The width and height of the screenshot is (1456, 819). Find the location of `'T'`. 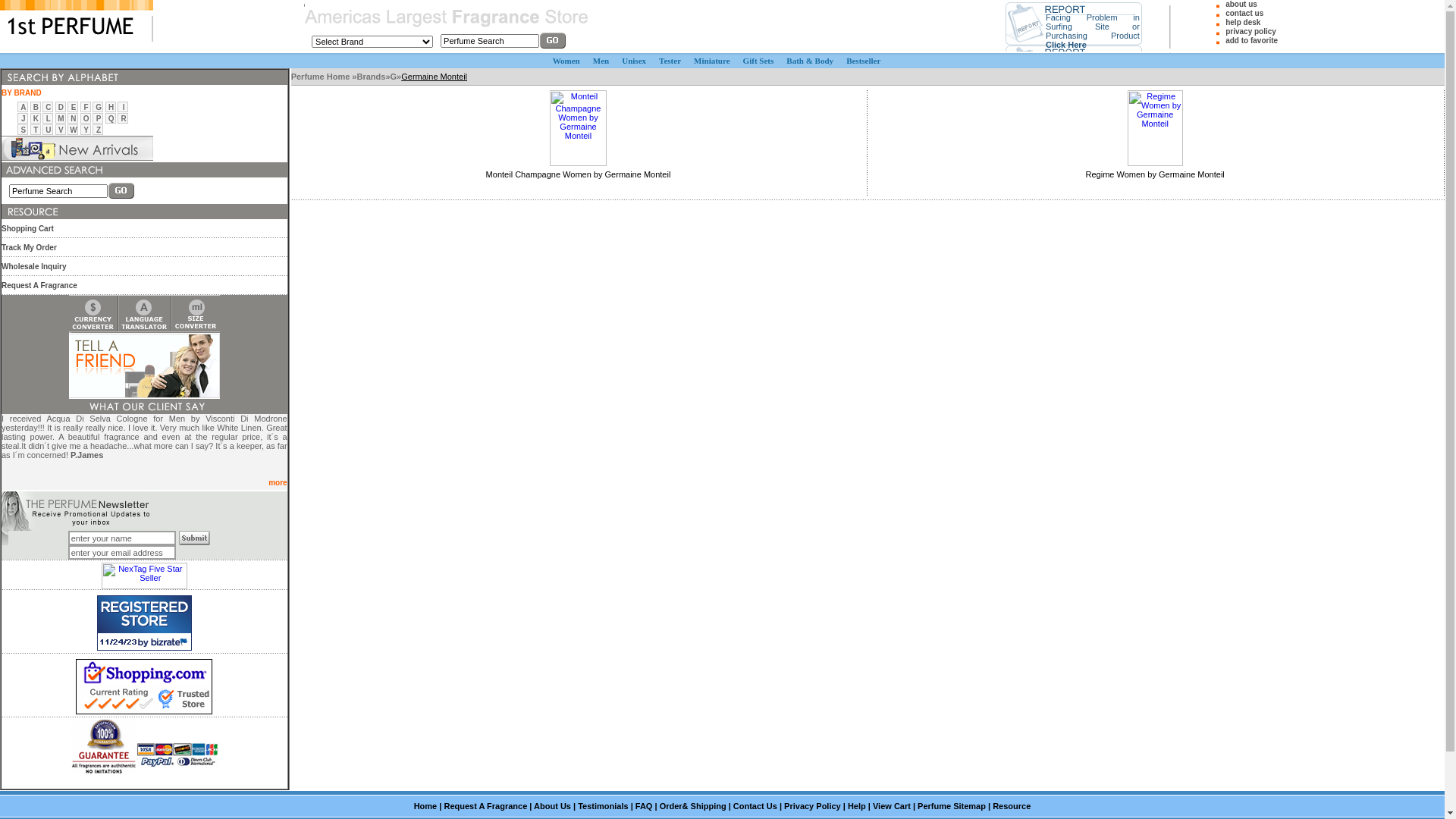

'T' is located at coordinates (33, 129).